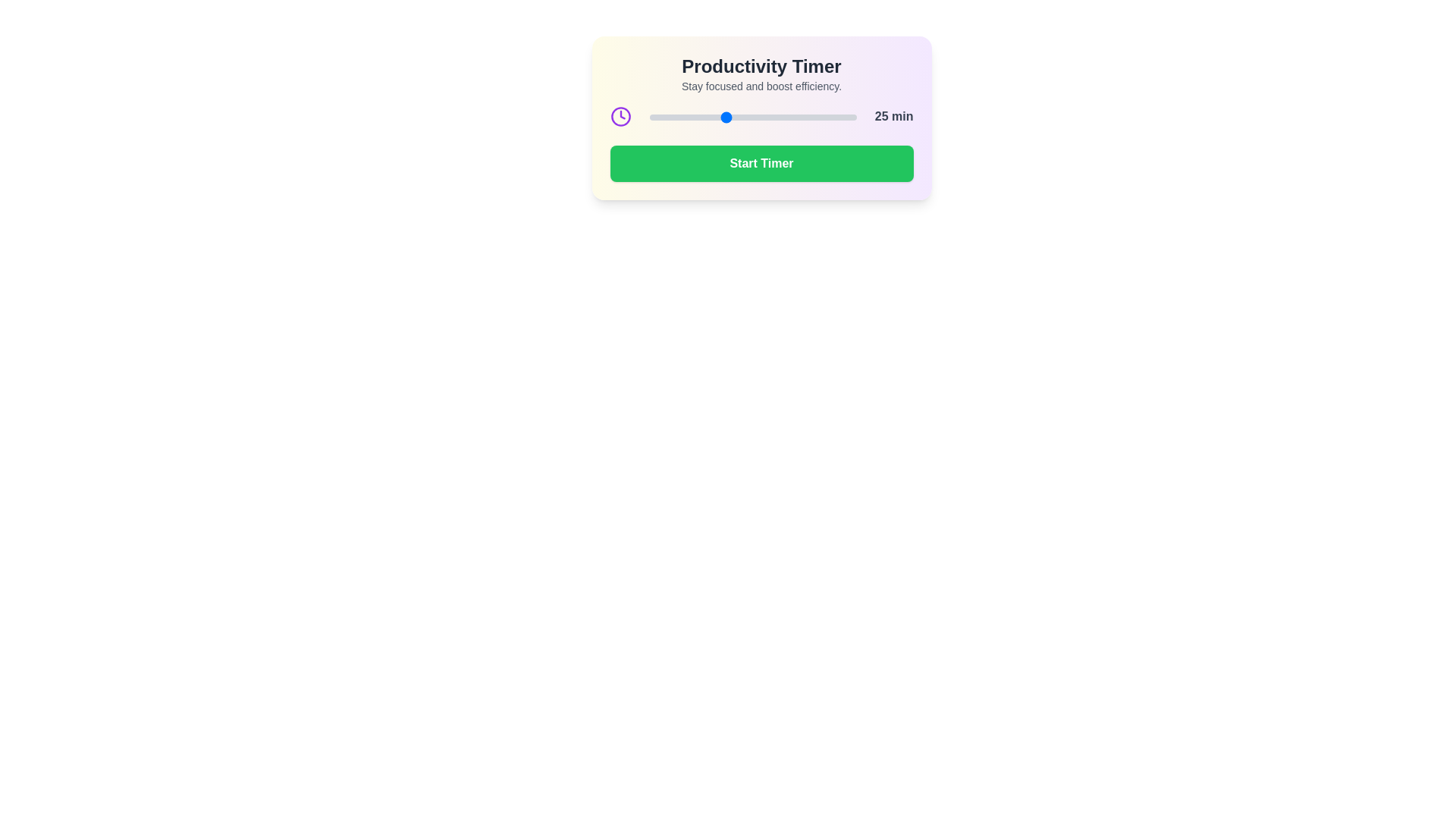  Describe the element at coordinates (761, 164) in the screenshot. I see `'Start Timer' button to toggle the timer state` at that location.